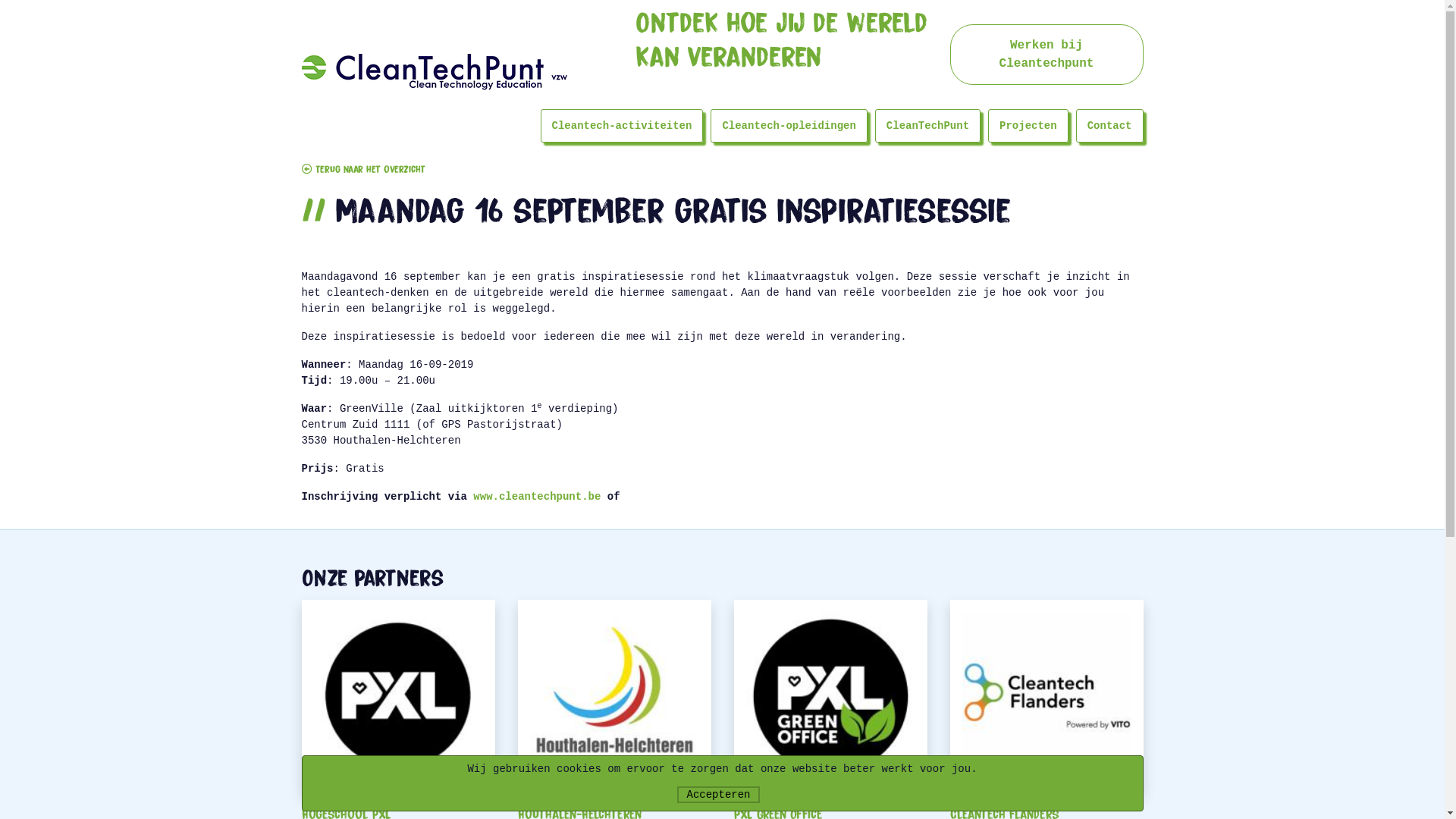  I want to click on 'Overslaan en naar de inhoud gaan', so click(0, 0).